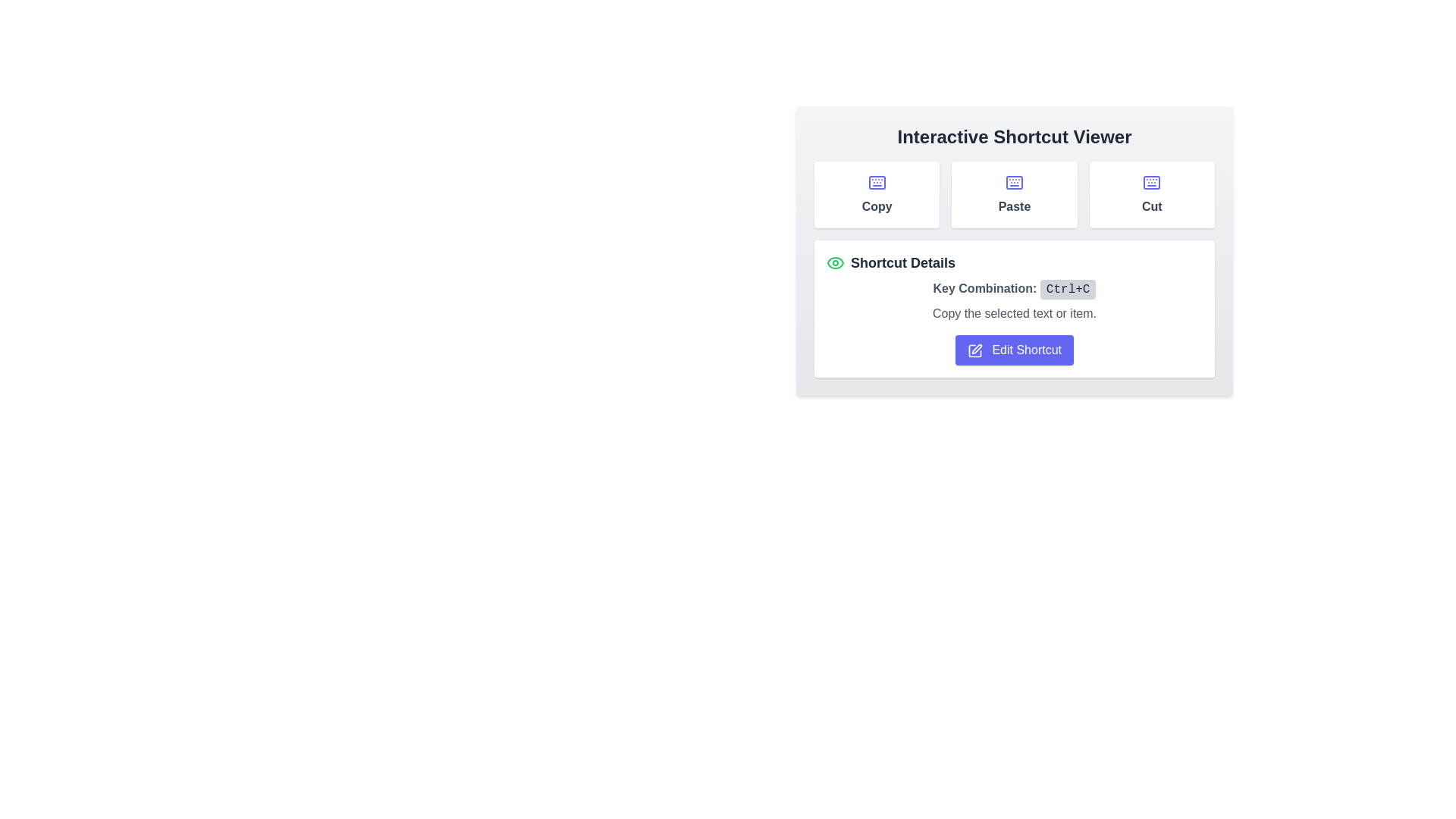 The width and height of the screenshot is (1456, 819). Describe the element at coordinates (1015, 312) in the screenshot. I see `the label that contains the text 'Copy the selected text or item.' located in the 'Shortcut Details' section, positioned below 'Key Combination: Ctrl+C' and above 'Edit Shortcut' button` at that location.